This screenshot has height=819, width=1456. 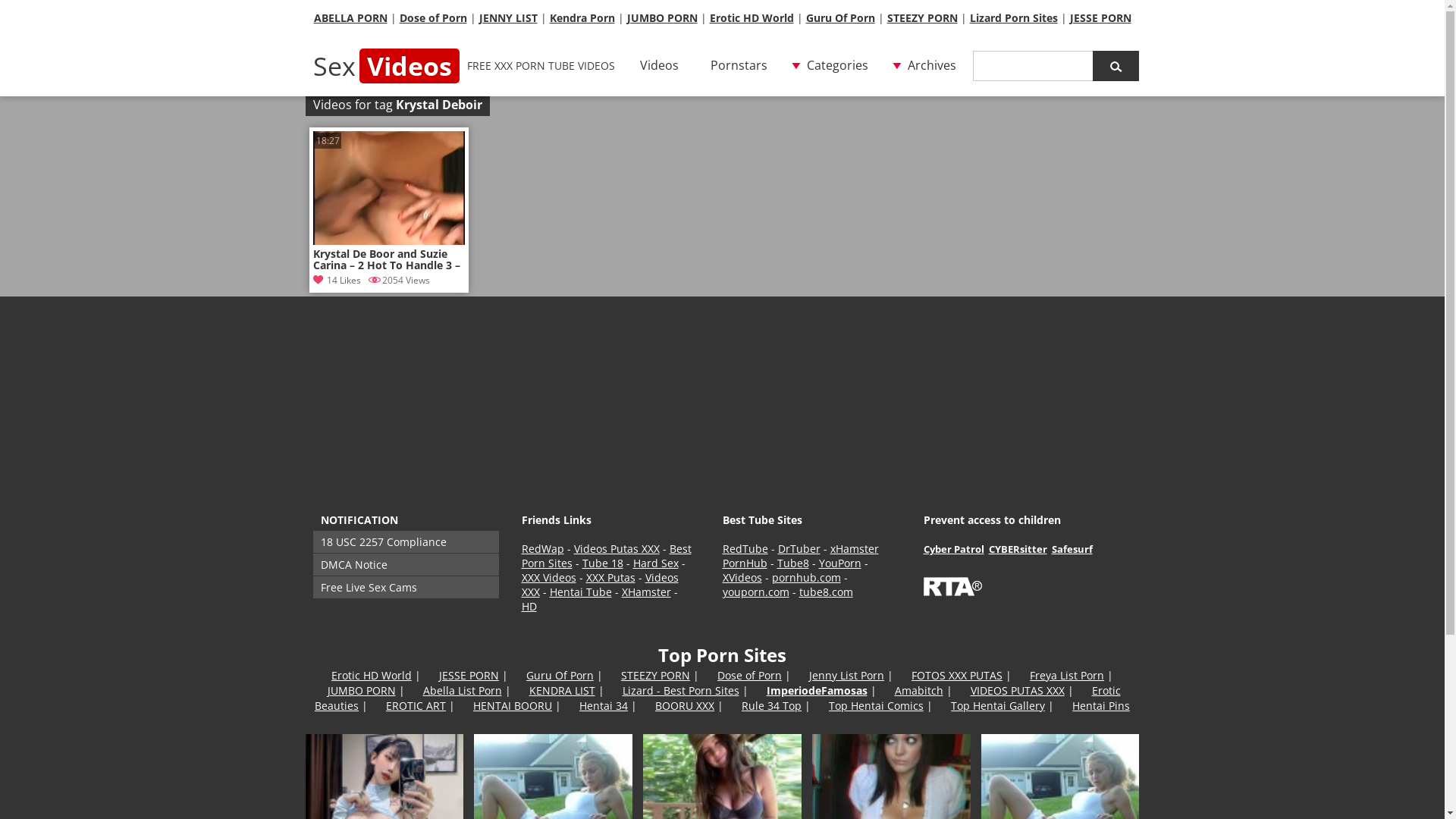 I want to click on 'YouPorn', so click(x=839, y=563).